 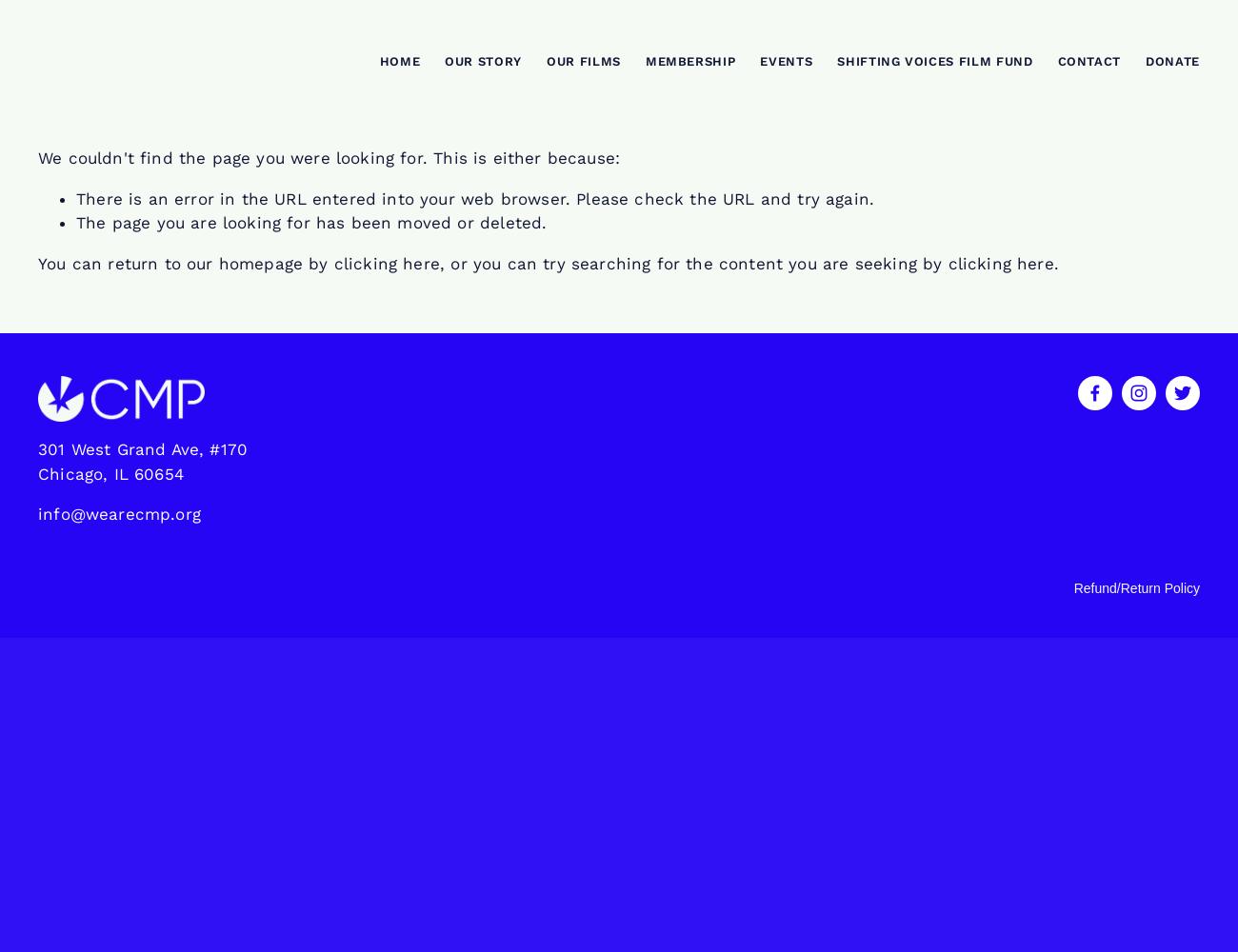 What do you see at coordinates (758, 60) in the screenshot?
I see `'Events'` at bounding box center [758, 60].